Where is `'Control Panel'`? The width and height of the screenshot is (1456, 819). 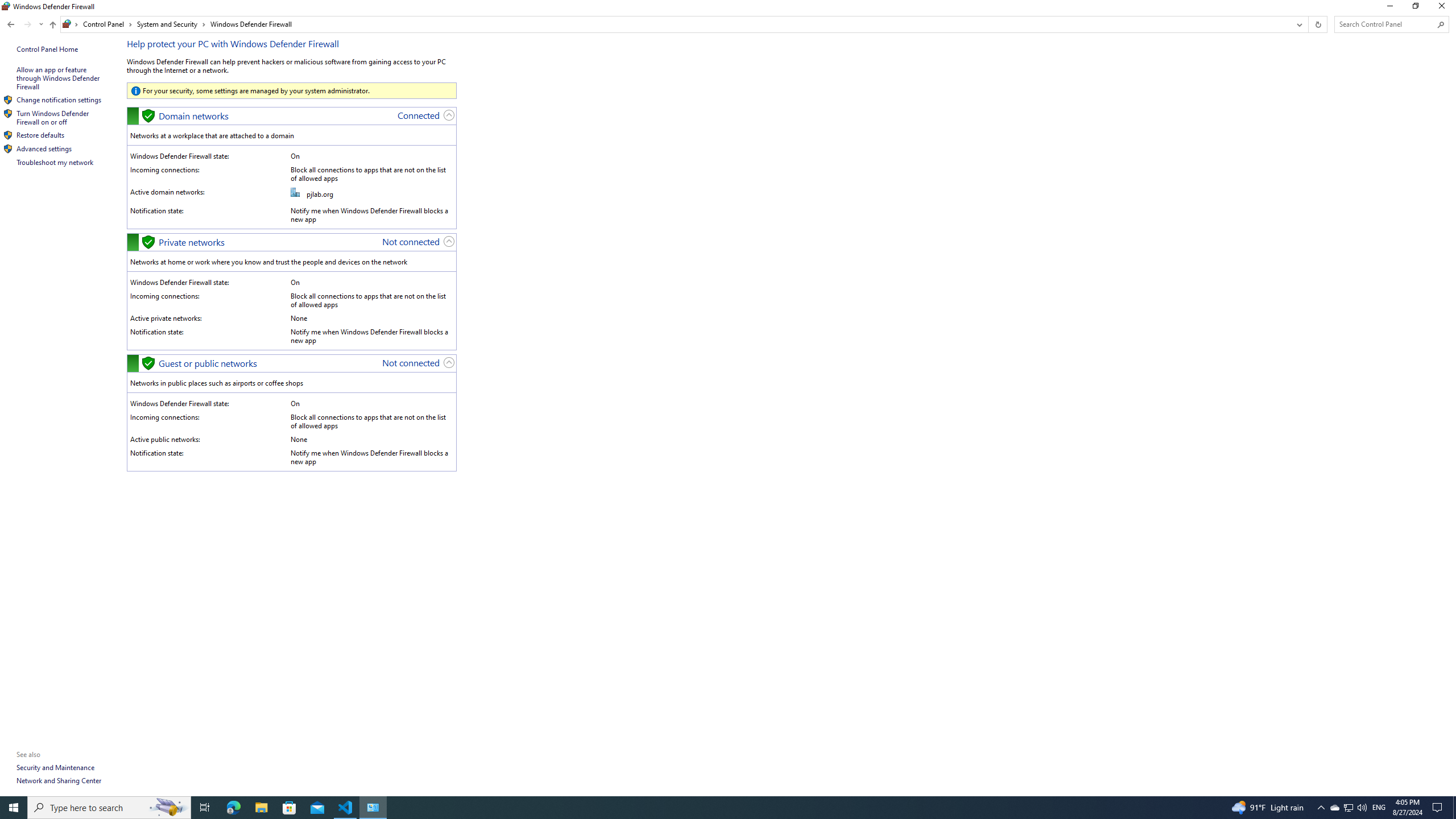
'Control Panel' is located at coordinates (107, 24).